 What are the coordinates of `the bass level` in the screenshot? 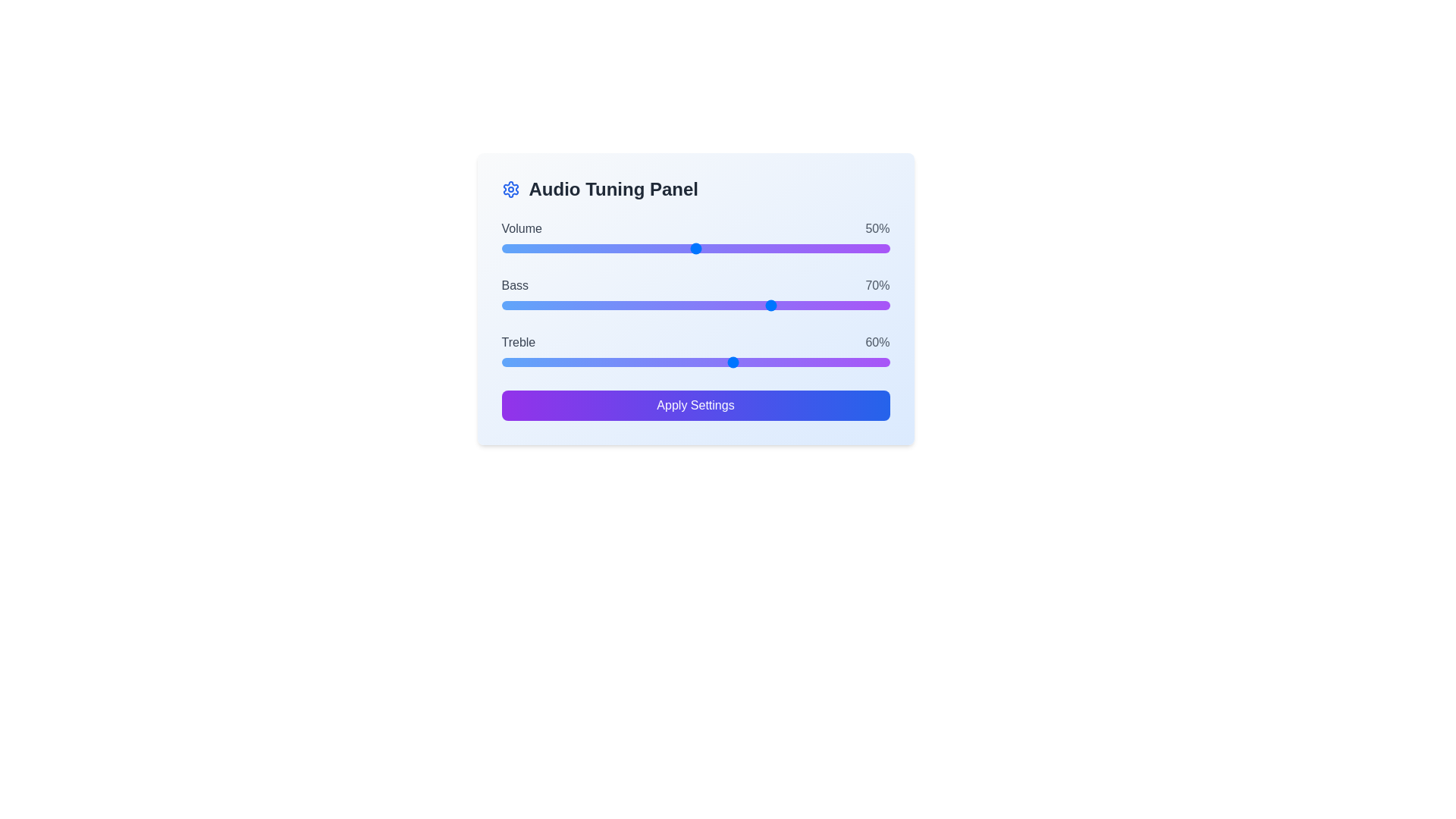 It's located at (509, 305).